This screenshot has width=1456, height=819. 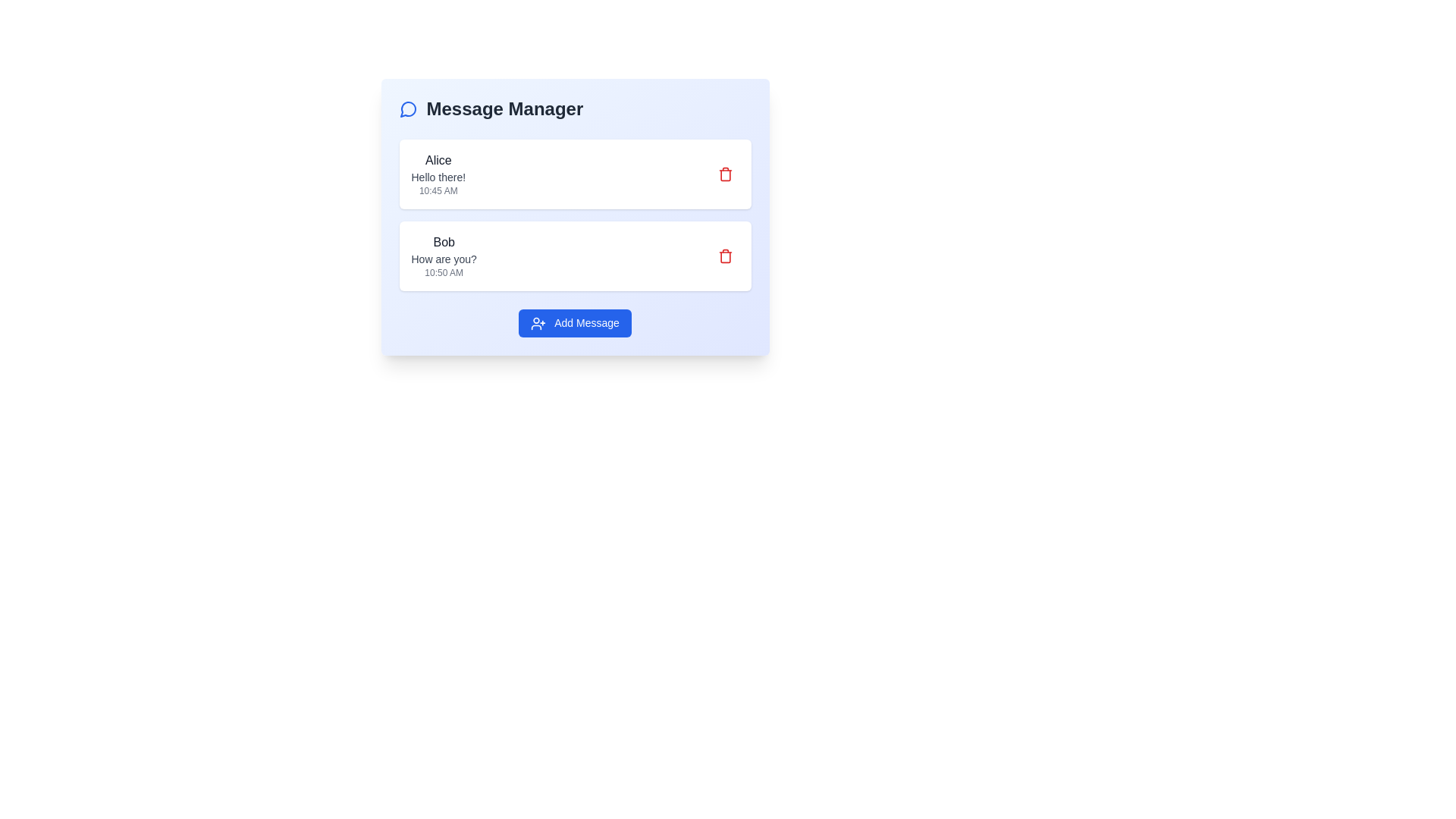 I want to click on the 'Add New Message' button located at the bottom-center of the interface, so click(x=574, y=322).